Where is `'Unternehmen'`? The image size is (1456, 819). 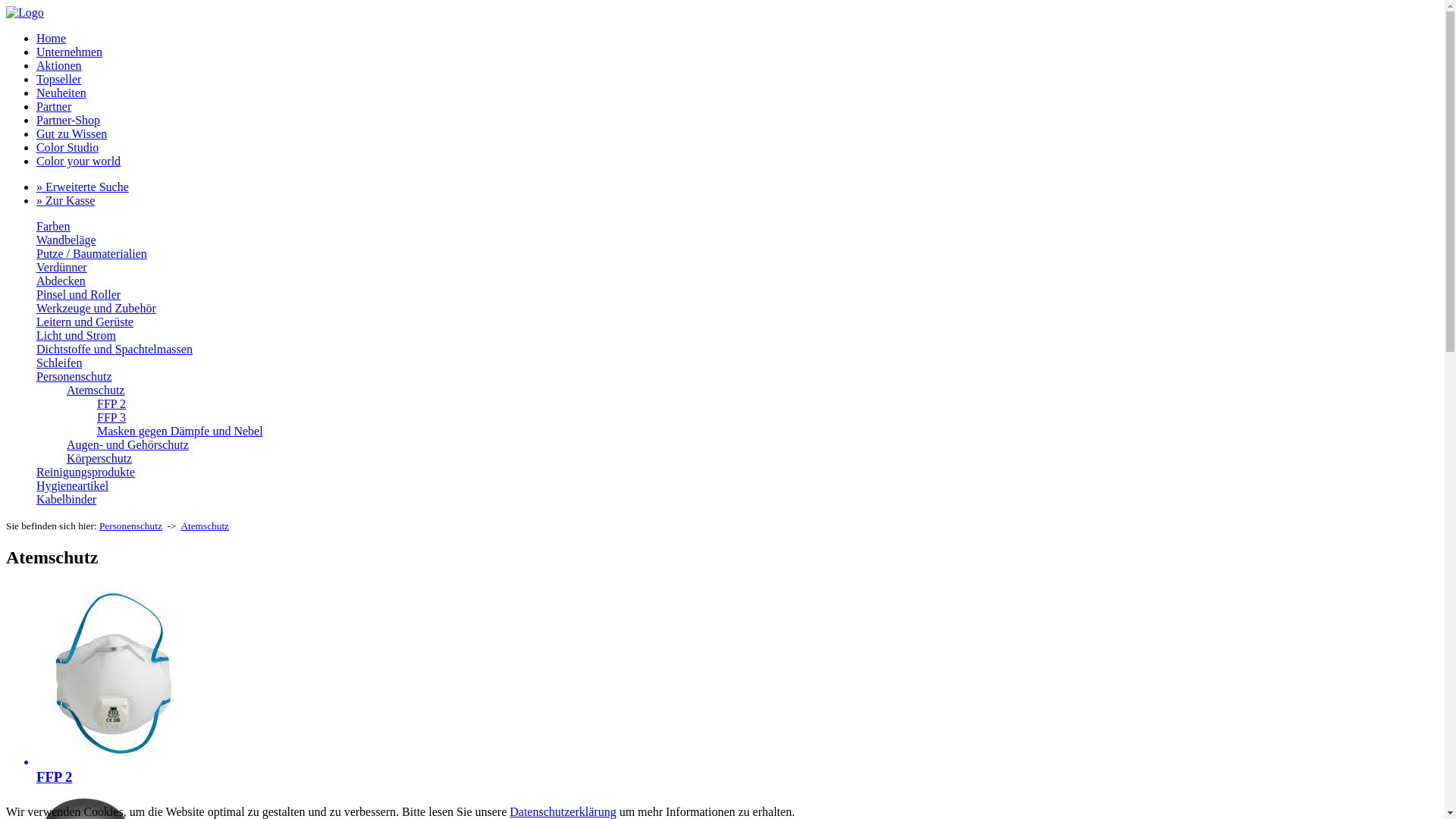 'Unternehmen' is located at coordinates (68, 51).